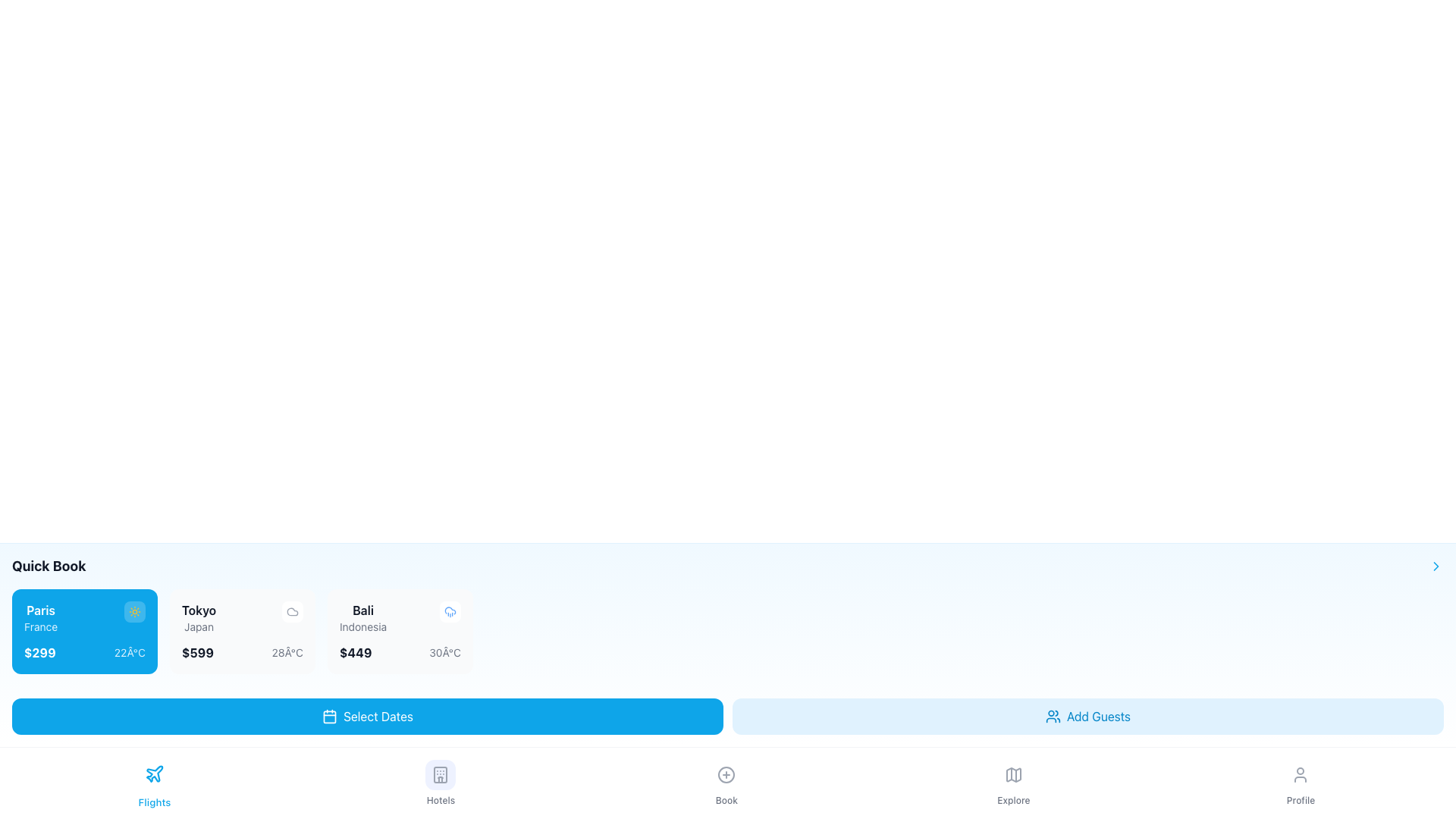  I want to click on the 'Tokyo' label, which is a bold text label positioned at the top of the city information card, so click(198, 610).